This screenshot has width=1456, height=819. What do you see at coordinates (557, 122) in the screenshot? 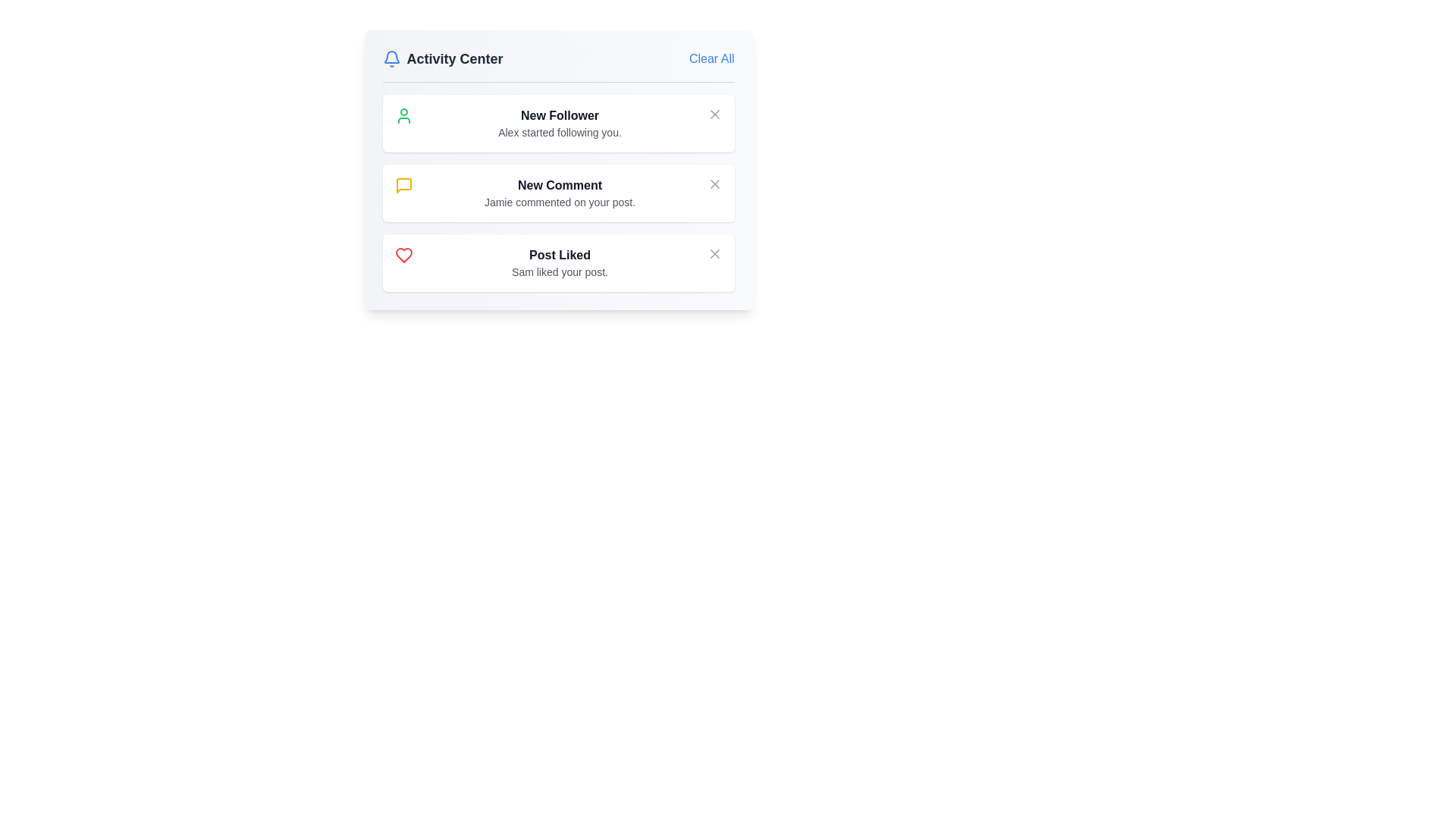
I see `notification message in the notification card titled 'New Follower' which contains the text 'Alex started following you.'` at bounding box center [557, 122].